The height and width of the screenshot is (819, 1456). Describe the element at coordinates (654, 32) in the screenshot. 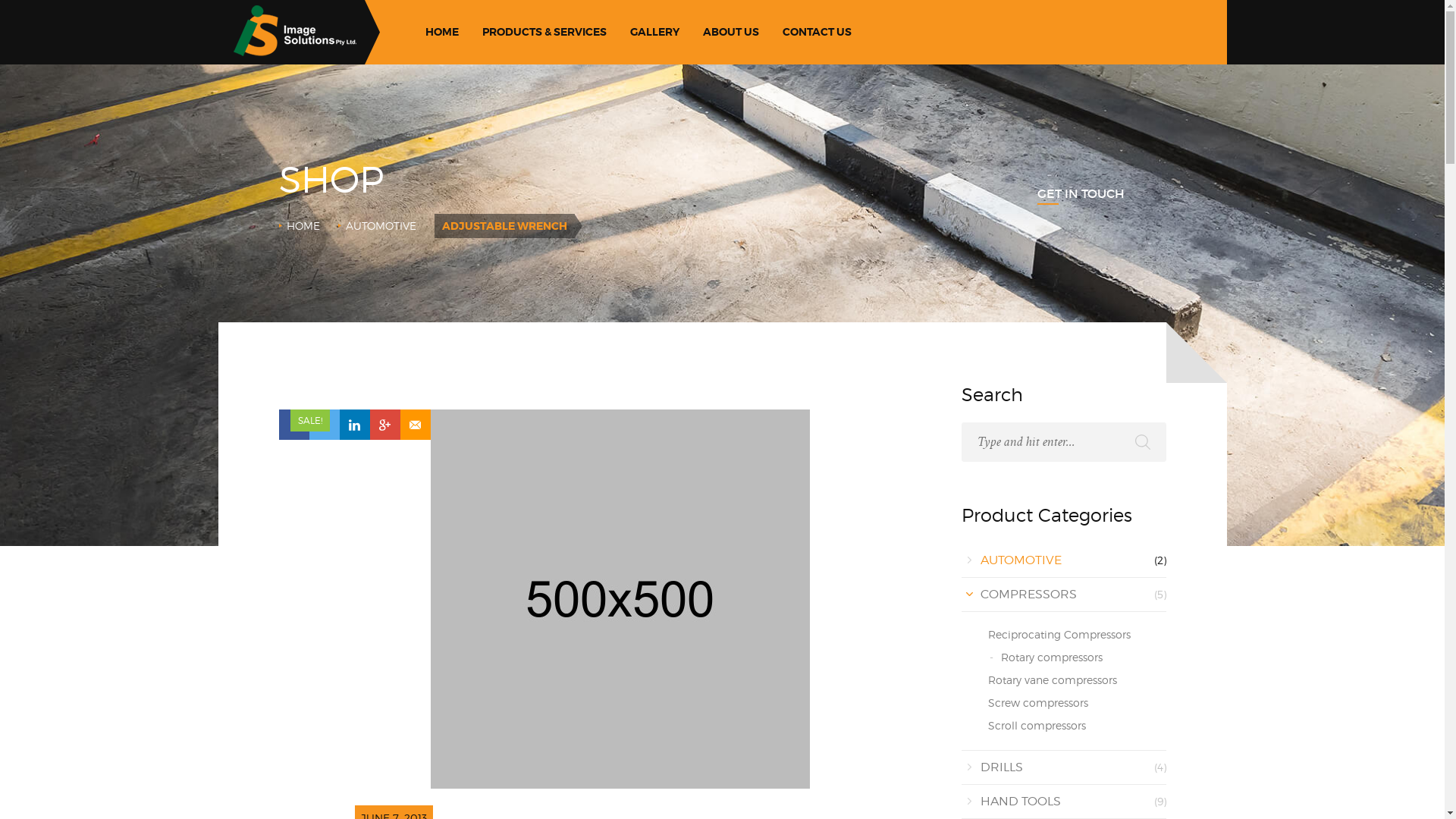

I see `'GALLERY'` at that location.